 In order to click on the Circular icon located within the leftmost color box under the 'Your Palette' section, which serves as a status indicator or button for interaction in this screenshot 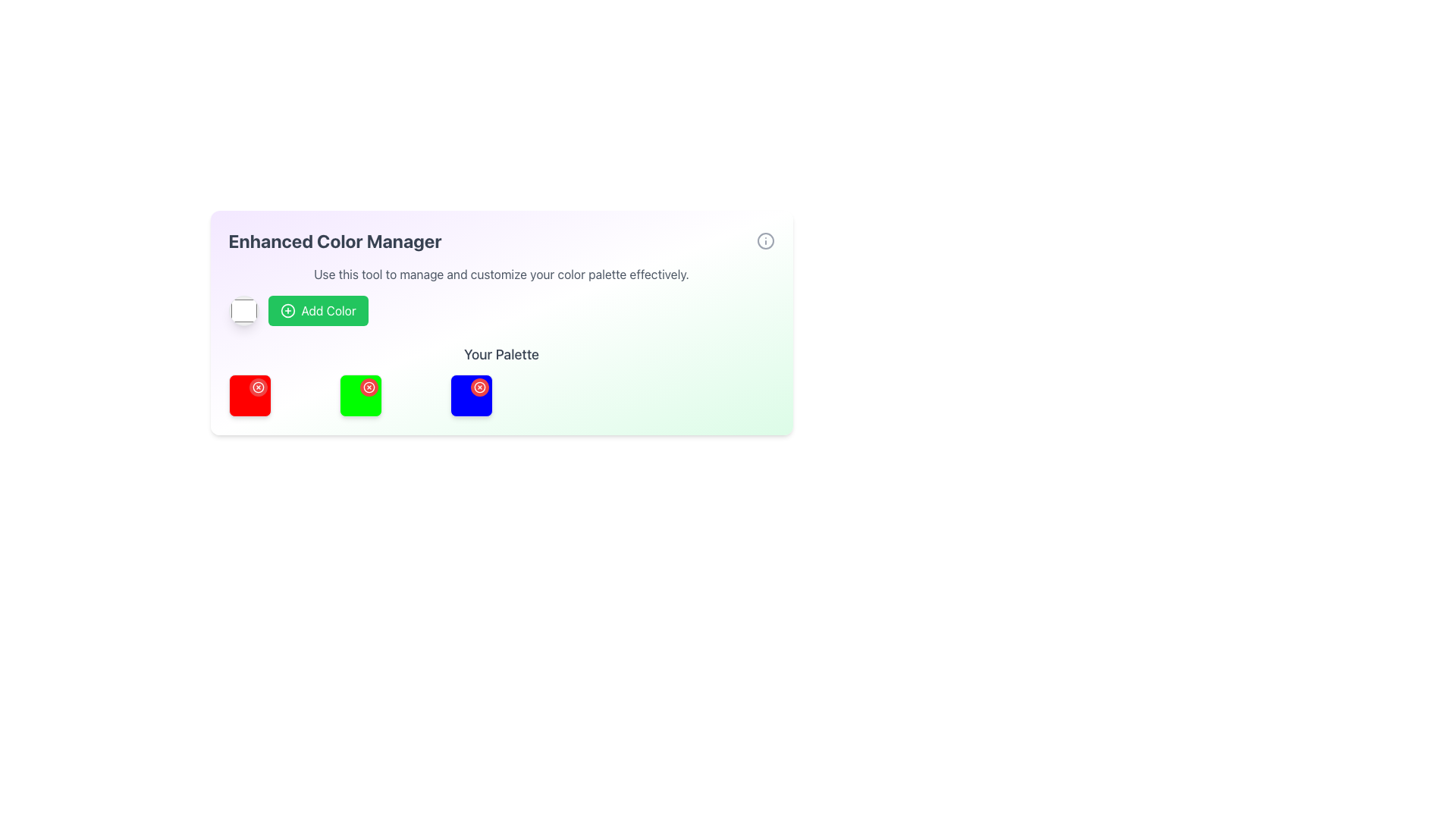, I will do `click(369, 386)`.